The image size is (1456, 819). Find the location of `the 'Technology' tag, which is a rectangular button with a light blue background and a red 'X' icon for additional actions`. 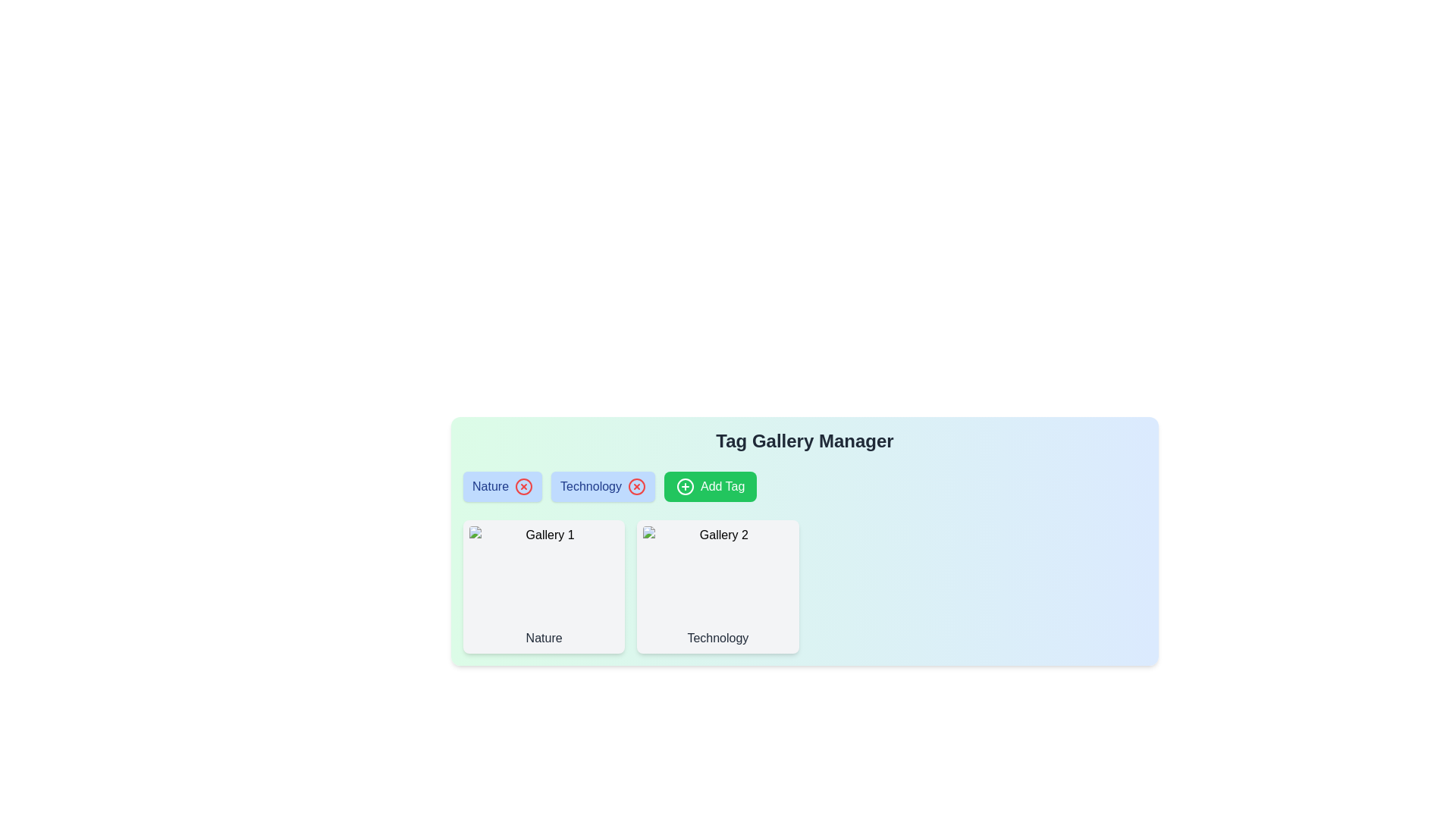

the 'Technology' tag, which is a rectangular button with a light blue background and a red 'X' icon for additional actions is located at coordinates (602, 486).